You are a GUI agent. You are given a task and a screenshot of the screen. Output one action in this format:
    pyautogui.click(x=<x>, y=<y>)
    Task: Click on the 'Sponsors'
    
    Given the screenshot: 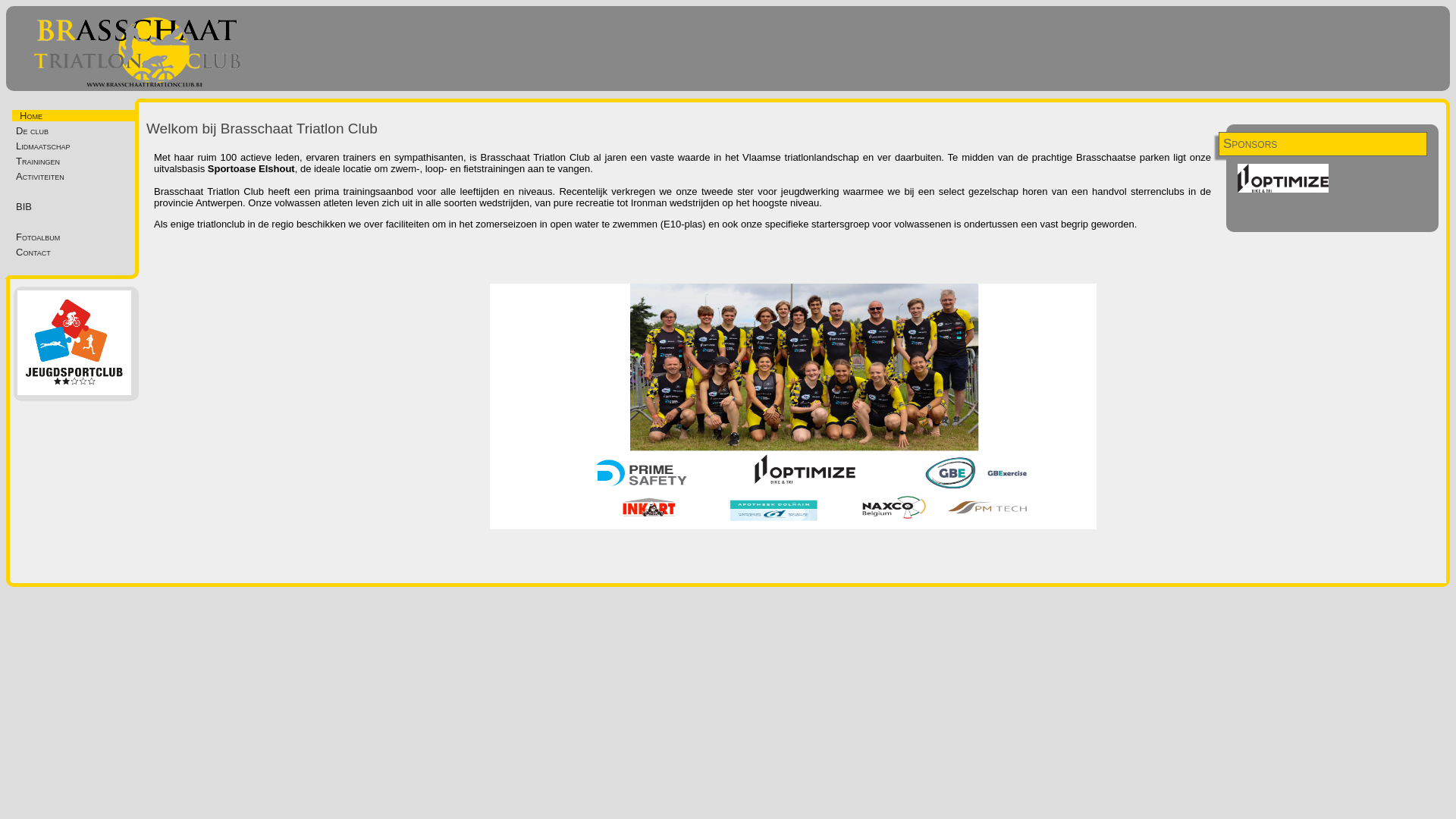 What is the action you would take?
    pyautogui.click(x=1331, y=143)
    